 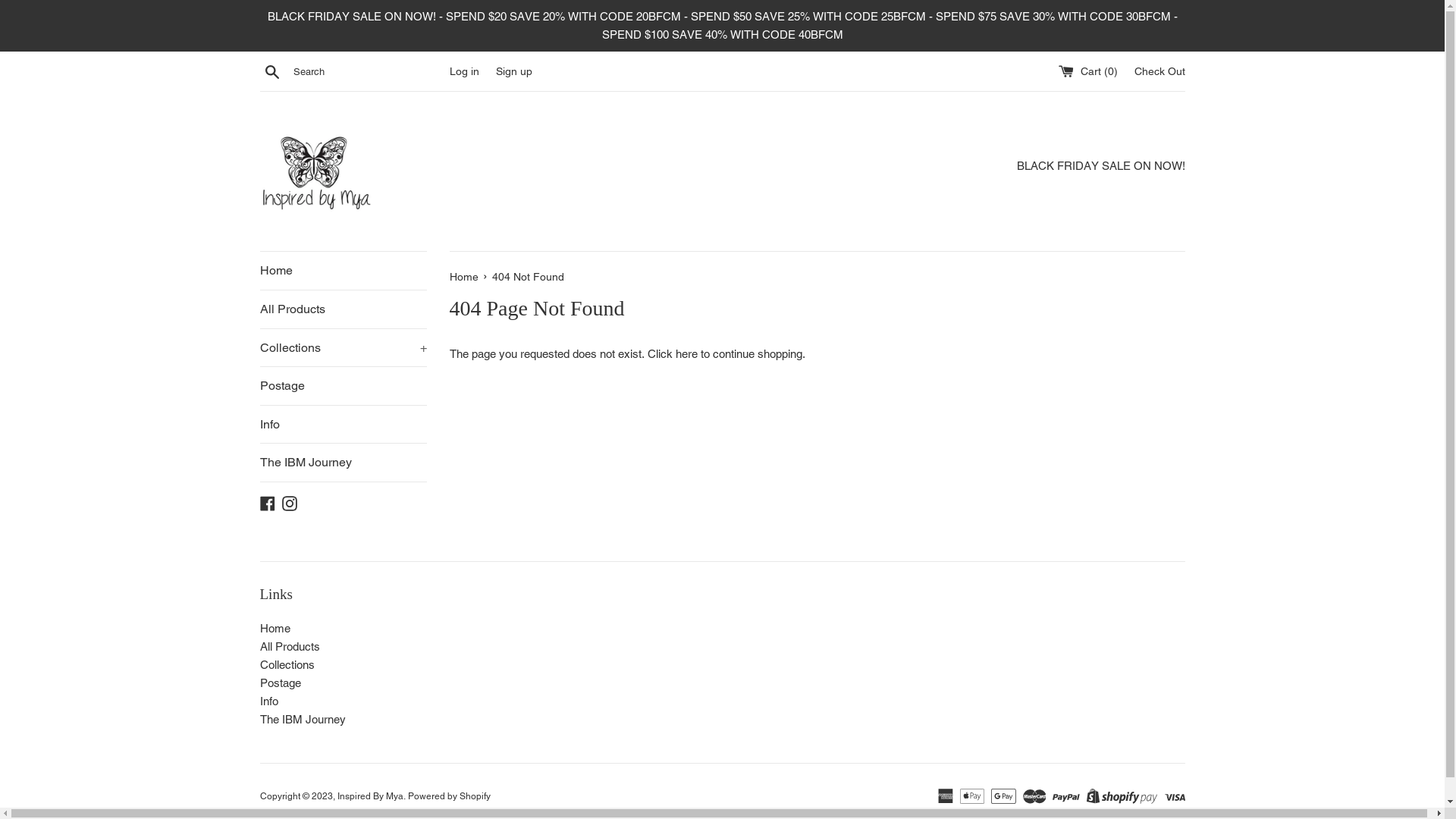 I want to click on 'Search', so click(x=271, y=70).